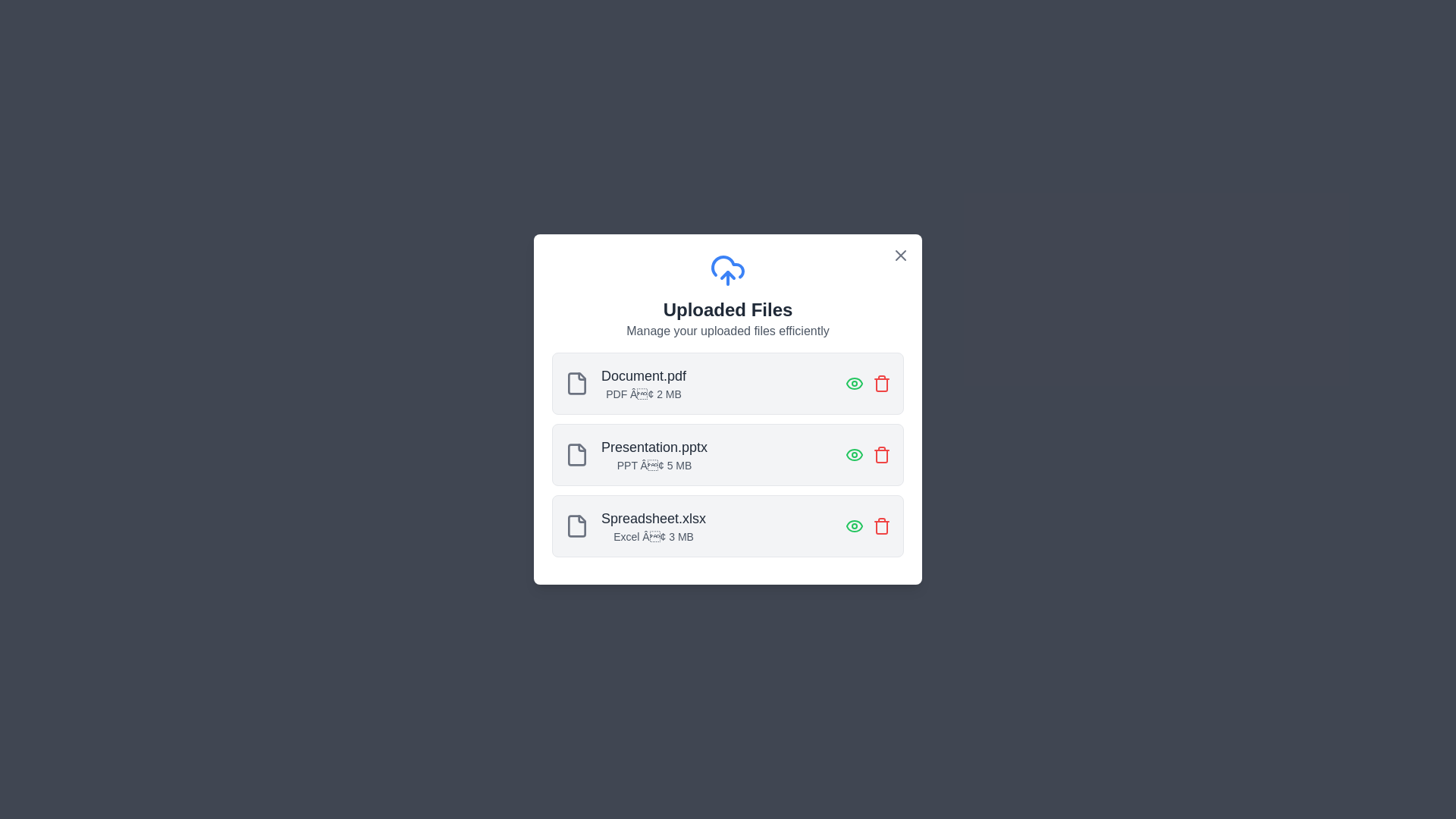 This screenshot has width=1456, height=819. Describe the element at coordinates (654, 454) in the screenshot. I see `the text label displaying the filename 'Presentation.pptx' which is the second row in the list of uploaded files` at that location.